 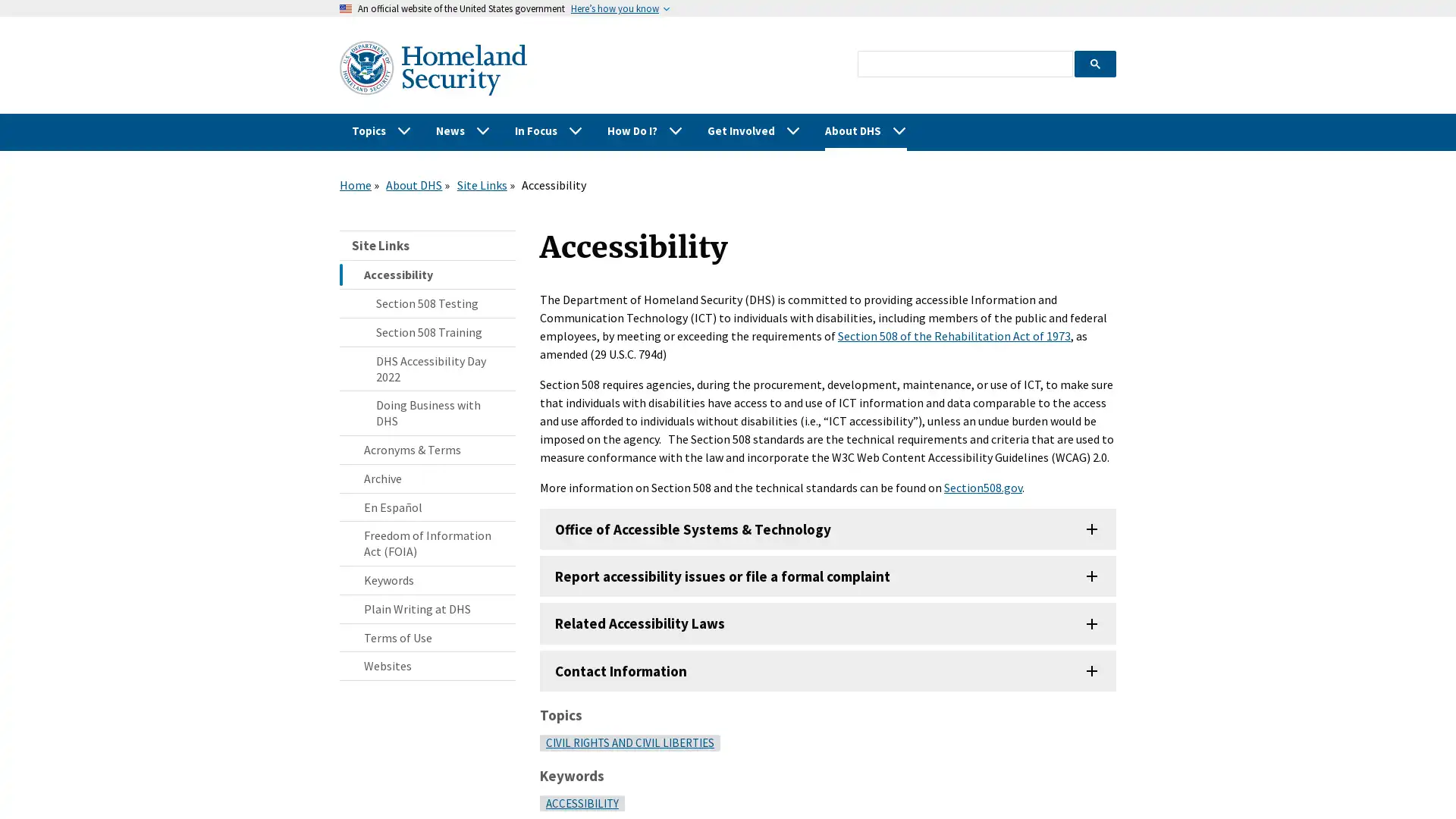 What do you see at coordinates (827, 529) in the screenshot?
I see `Office of Accessible Systems & Technology` at bounding box center [827, 529].